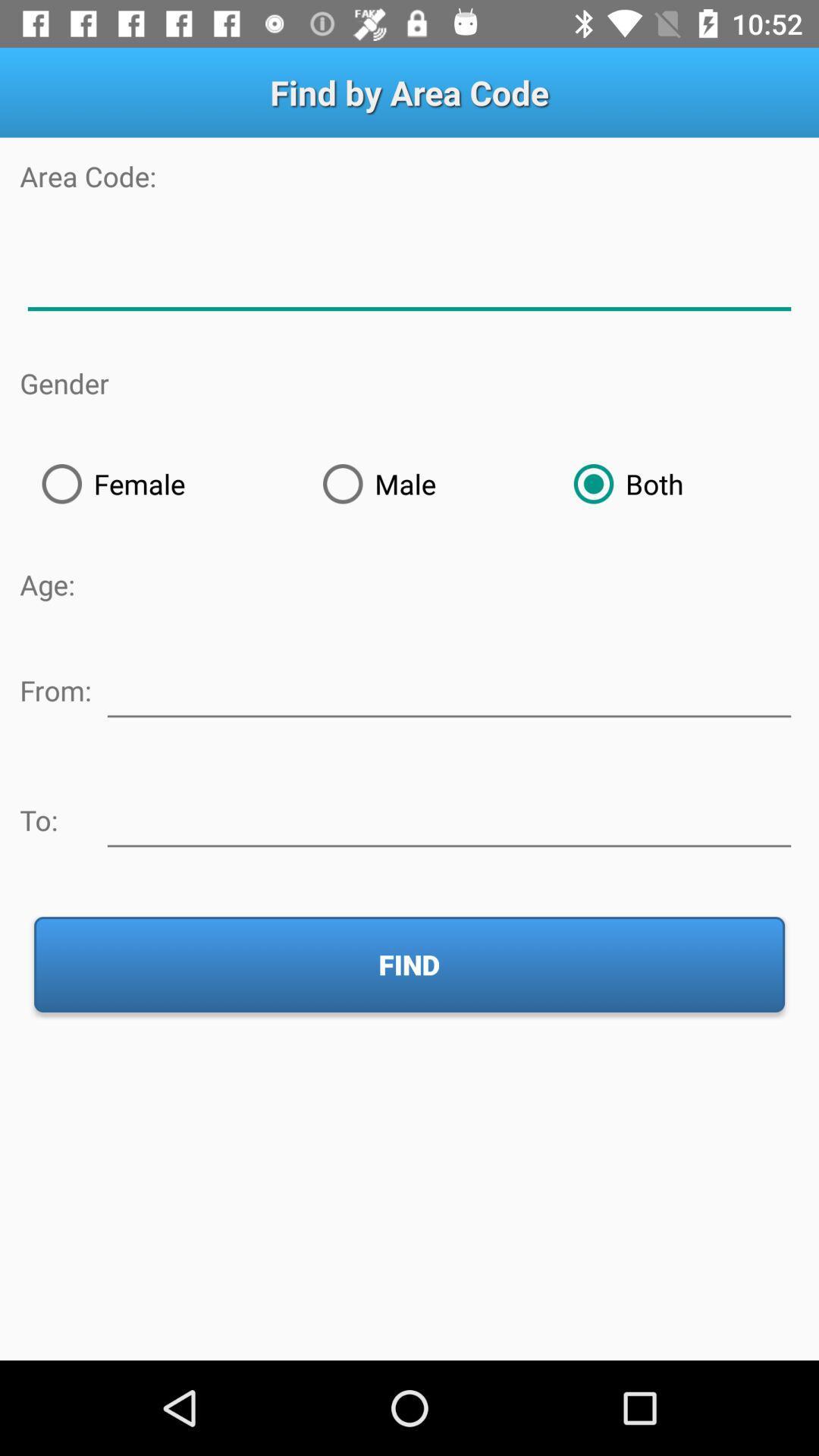  What do you see at coordinates (674, 483) in the screenshot?
I see `radio button to the right of the male` at bounding box center [674, 483].